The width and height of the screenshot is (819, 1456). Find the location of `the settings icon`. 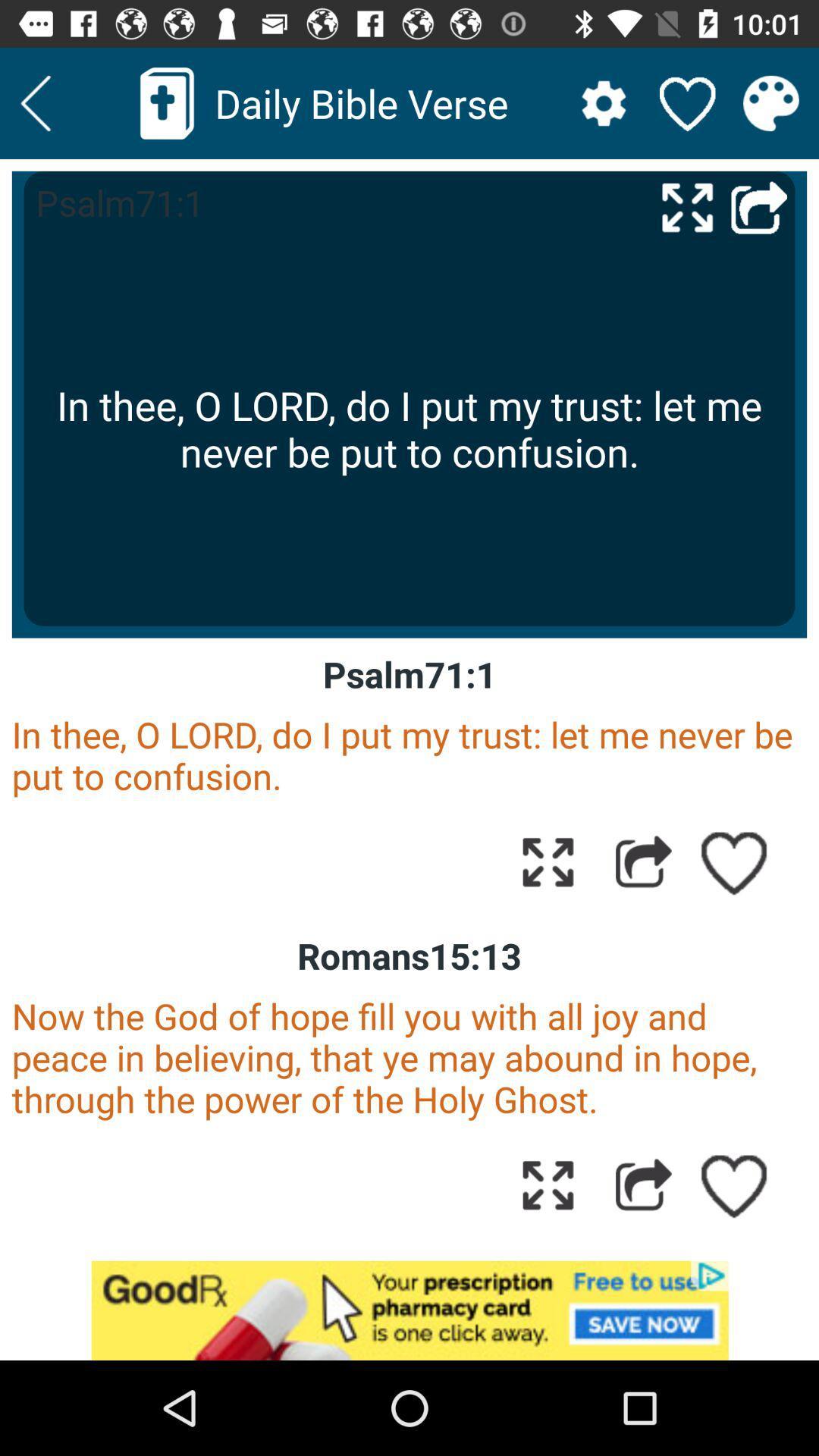

the settings icon is located at coordinates (603, 102).